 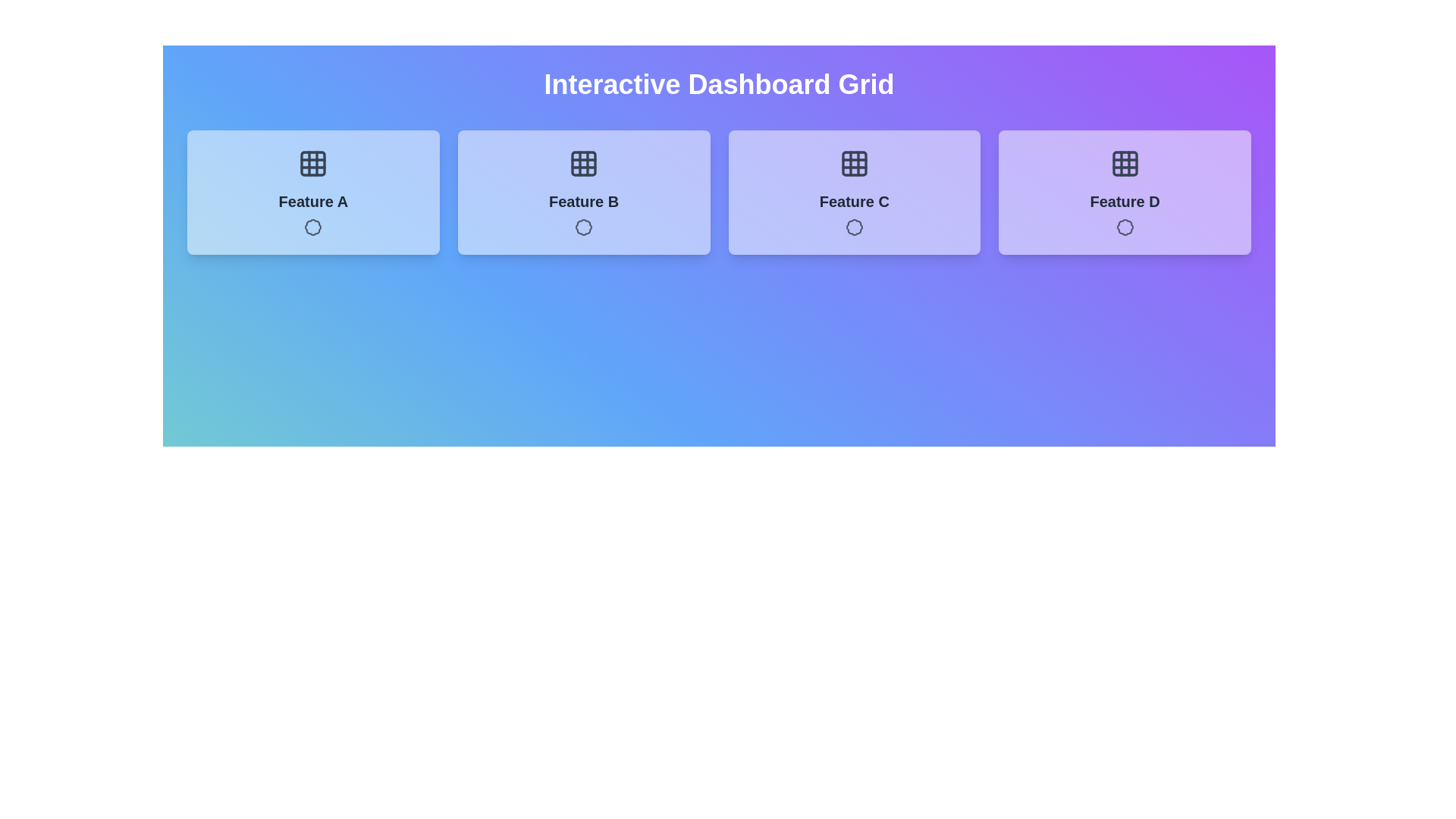 I want to click on the grid icon located at the top of the card labeled 'Feature B', which is the second card in a row of four cards, so click(x=583, y=164).